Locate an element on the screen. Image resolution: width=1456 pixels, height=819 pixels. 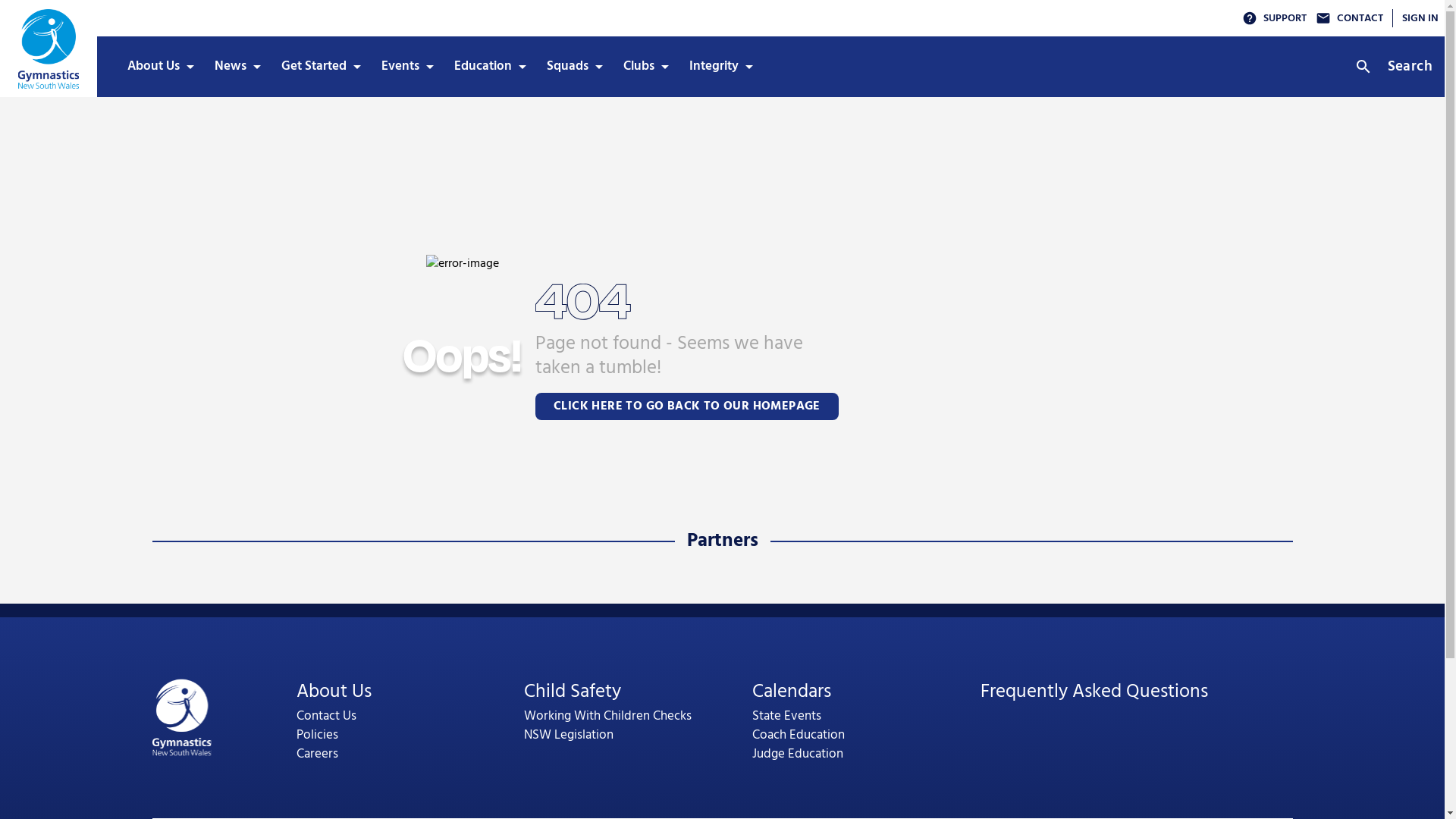
'CONTACT' is located at coordinates (1349, 17).